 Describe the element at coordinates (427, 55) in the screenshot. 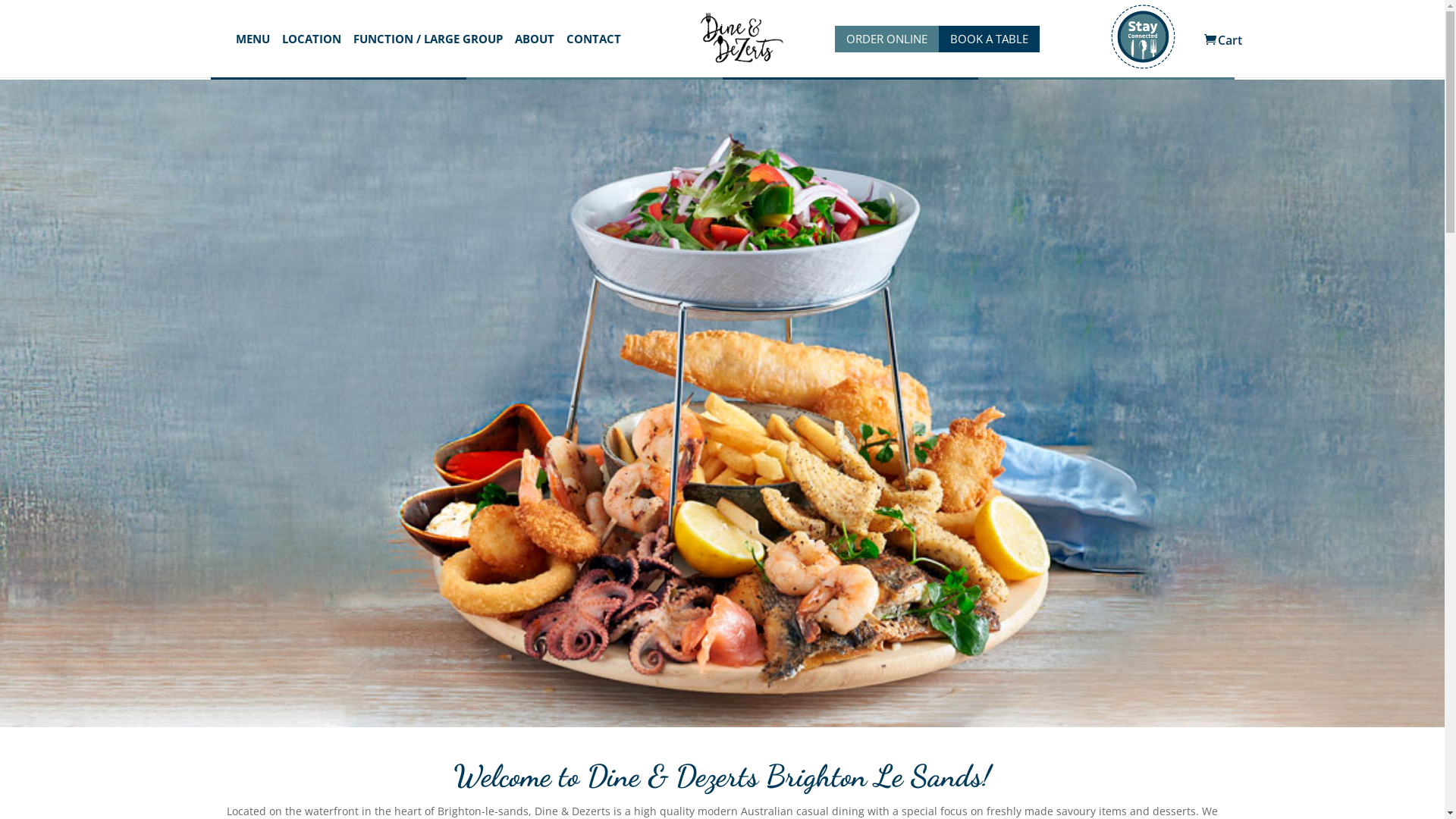

I see `'FUNCTION / LARGE GROUP'` at that location.